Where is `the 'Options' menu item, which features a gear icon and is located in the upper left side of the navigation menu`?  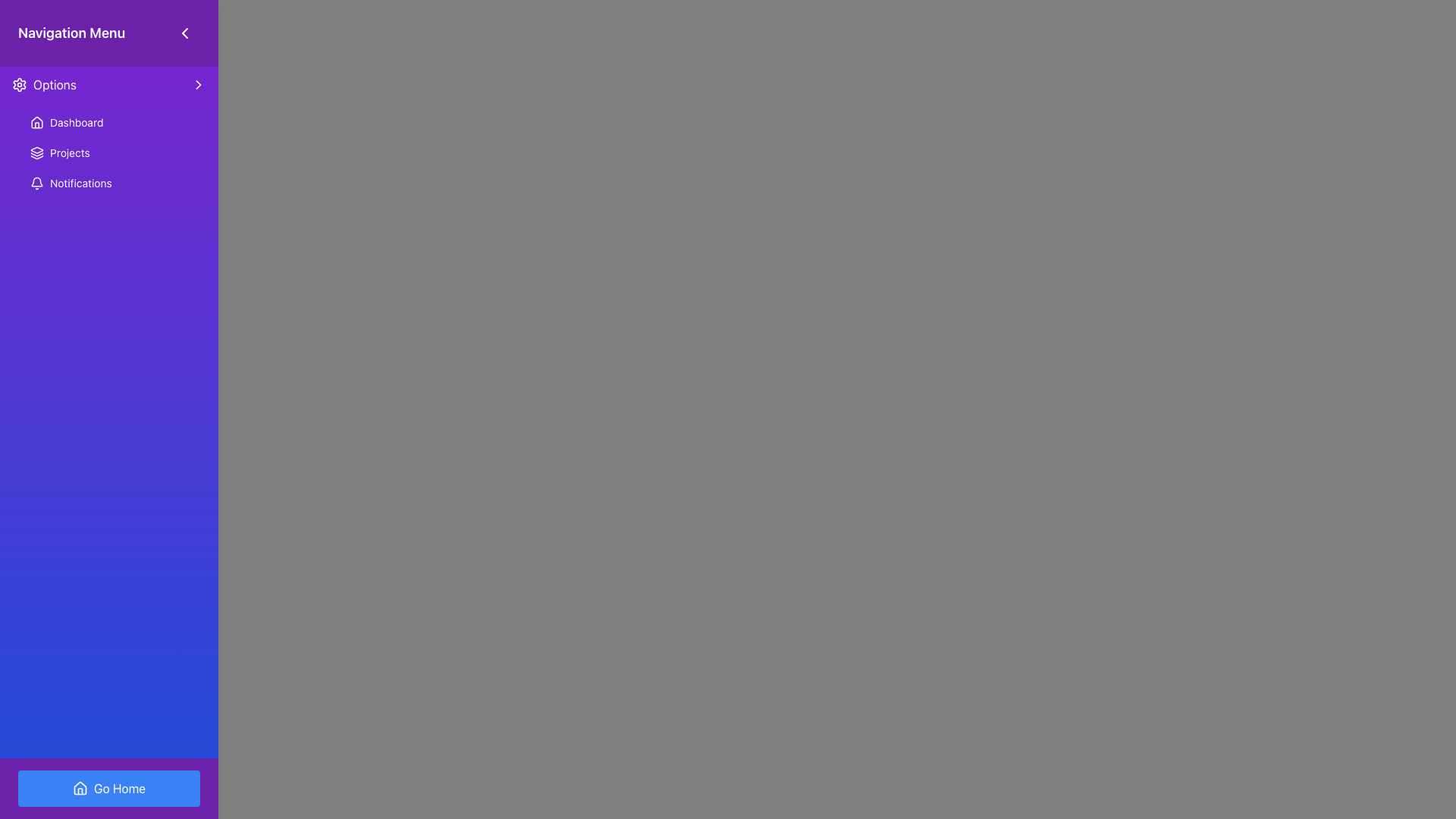
the 'Options' menu item, which features a gear icon and is located in the upper left side of the navigation menu is located at coordinates (43, 84).